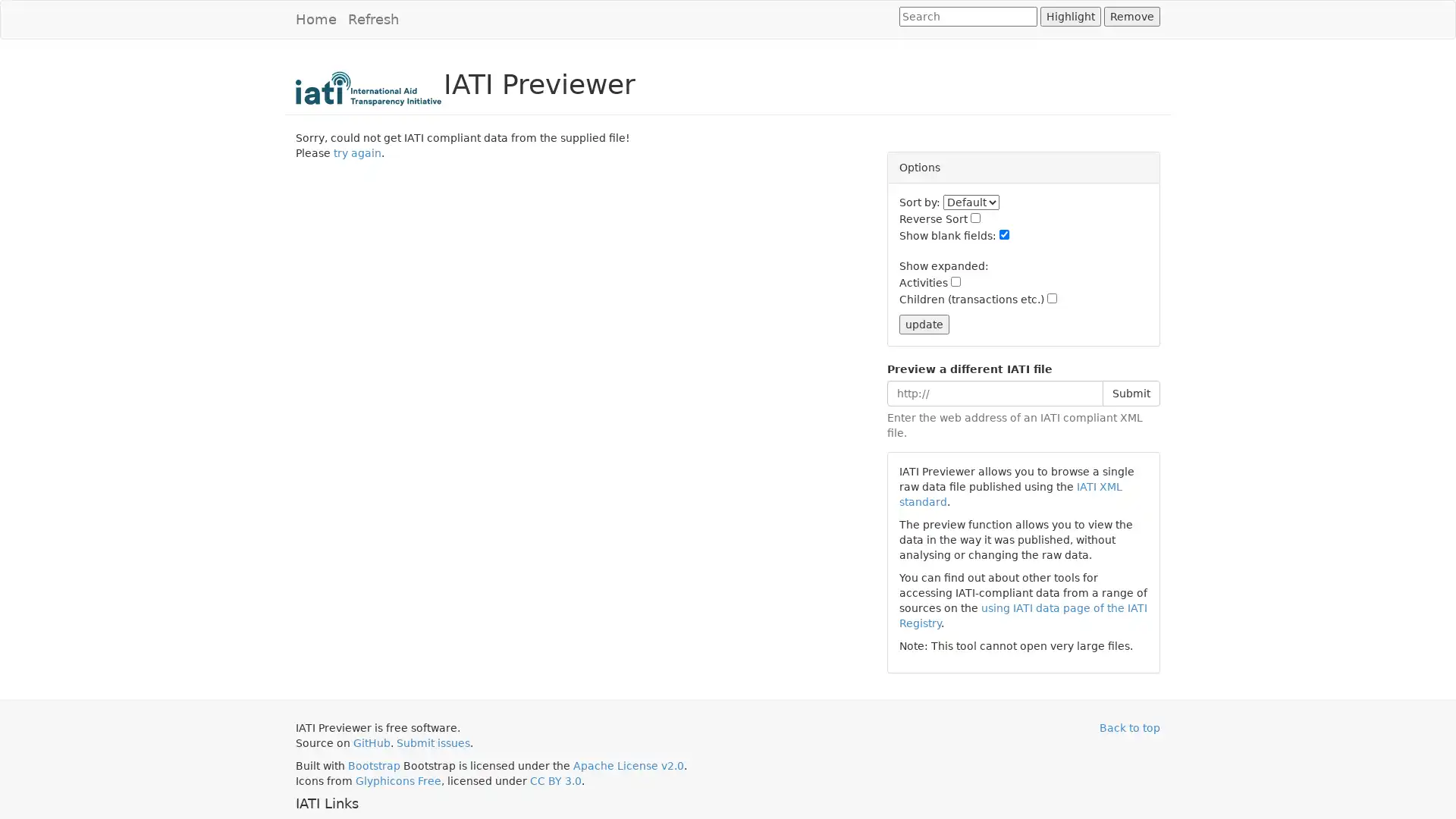 This screenshot has width=1456, height=819. What do you see at coordinates (1069, 17) in the screenshot?
I see `Highlight` at bounding box center [1069, 17].